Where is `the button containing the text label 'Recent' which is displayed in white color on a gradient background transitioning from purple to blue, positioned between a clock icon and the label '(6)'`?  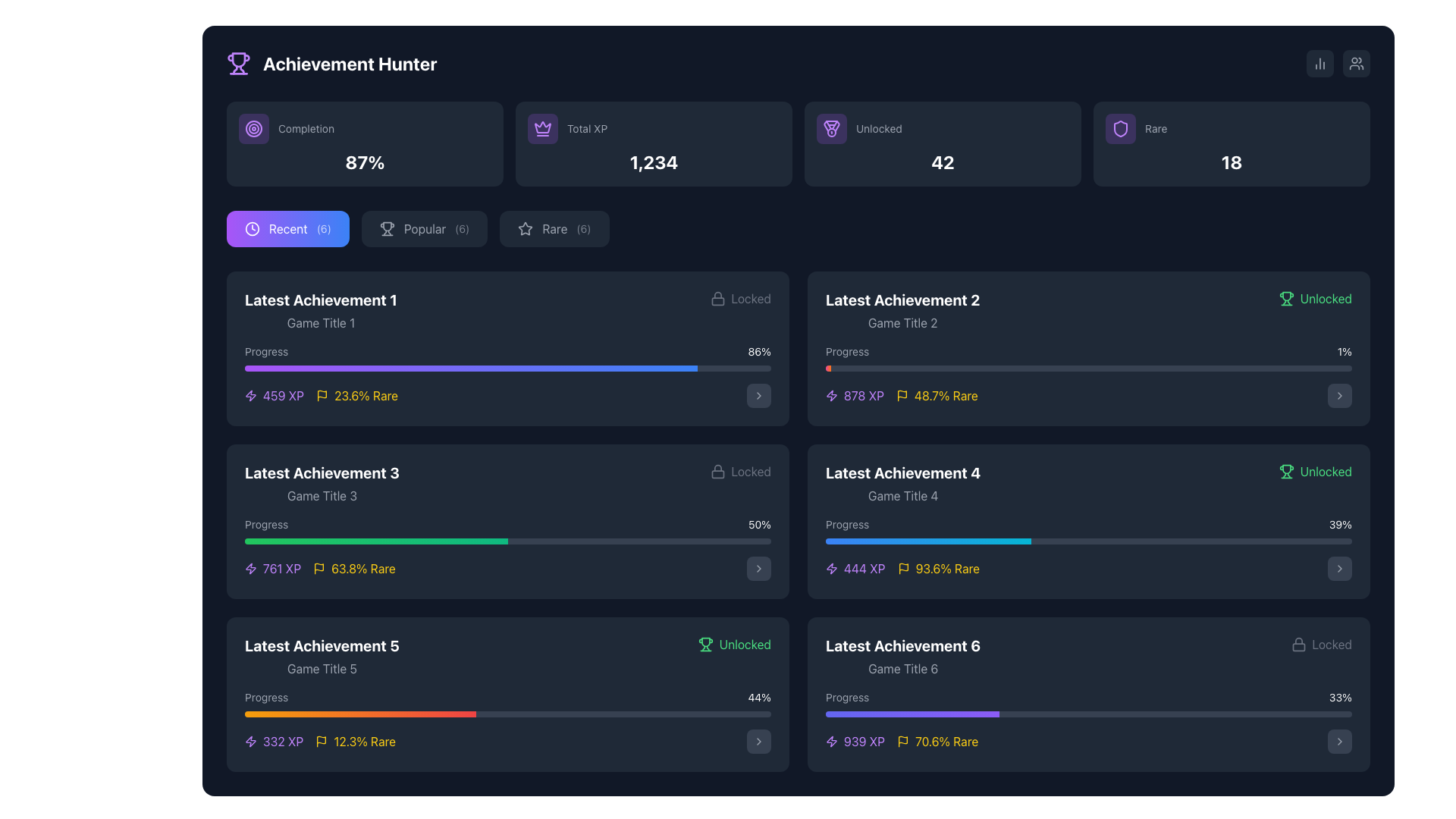 the button containing the text label 'Recent' which is displayed in white color on a gradient background transitioning from purple to blue, positioned between a clock icon and the label '(6)' is located at coordinates (288, 228).